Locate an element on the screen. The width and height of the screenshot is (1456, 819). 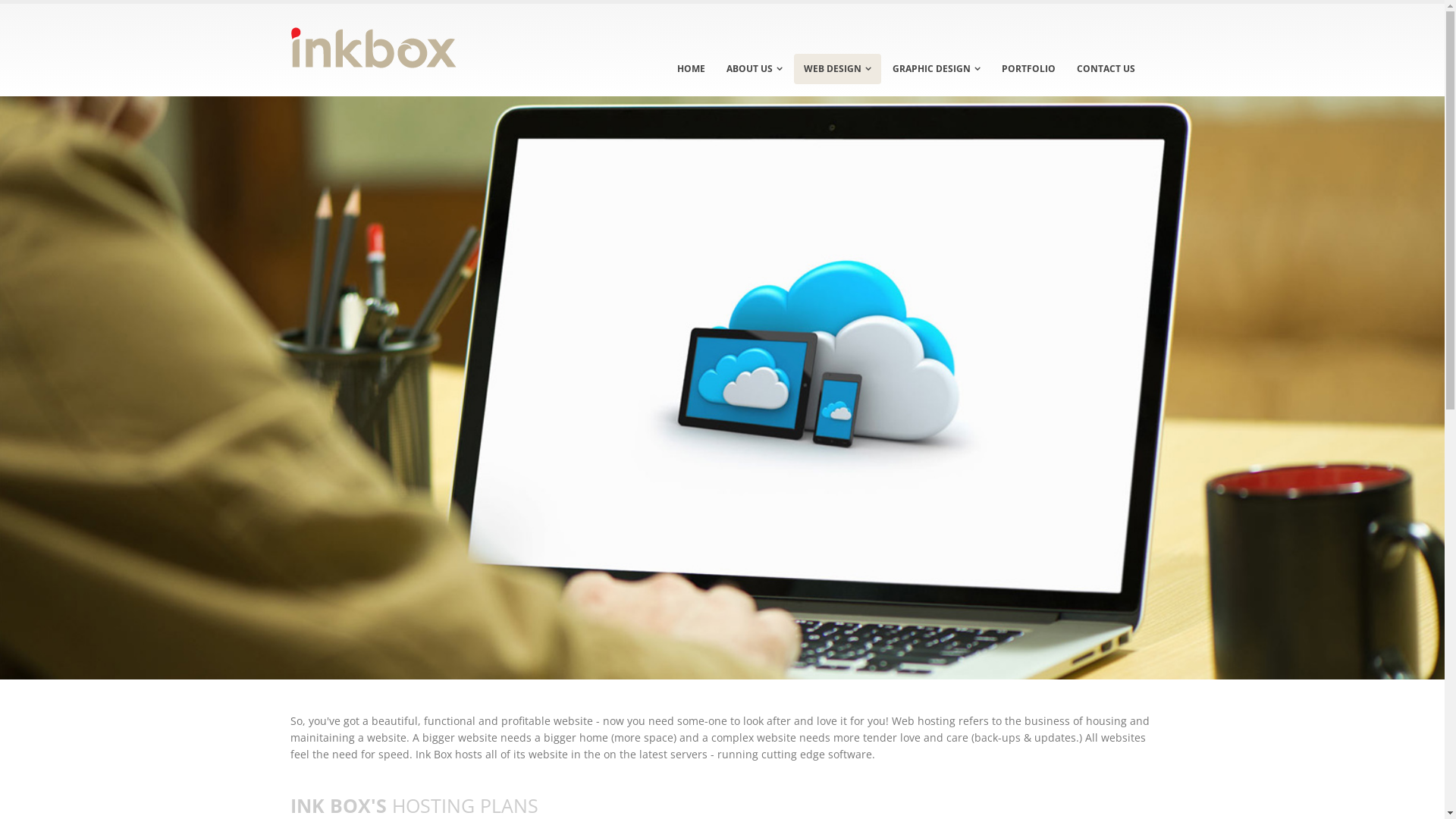
'WEB DESIGN' is located at coordinates (836, 69).